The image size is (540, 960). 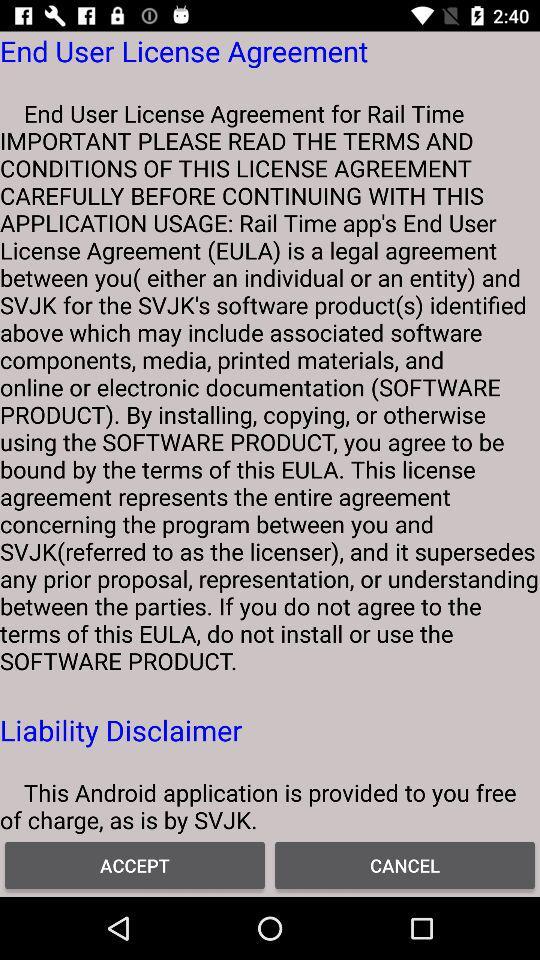 What do you see at coordinates (405, 864) in the screenshot?
I see `button to the right of the accept icon` at bounding box center [405, 864].